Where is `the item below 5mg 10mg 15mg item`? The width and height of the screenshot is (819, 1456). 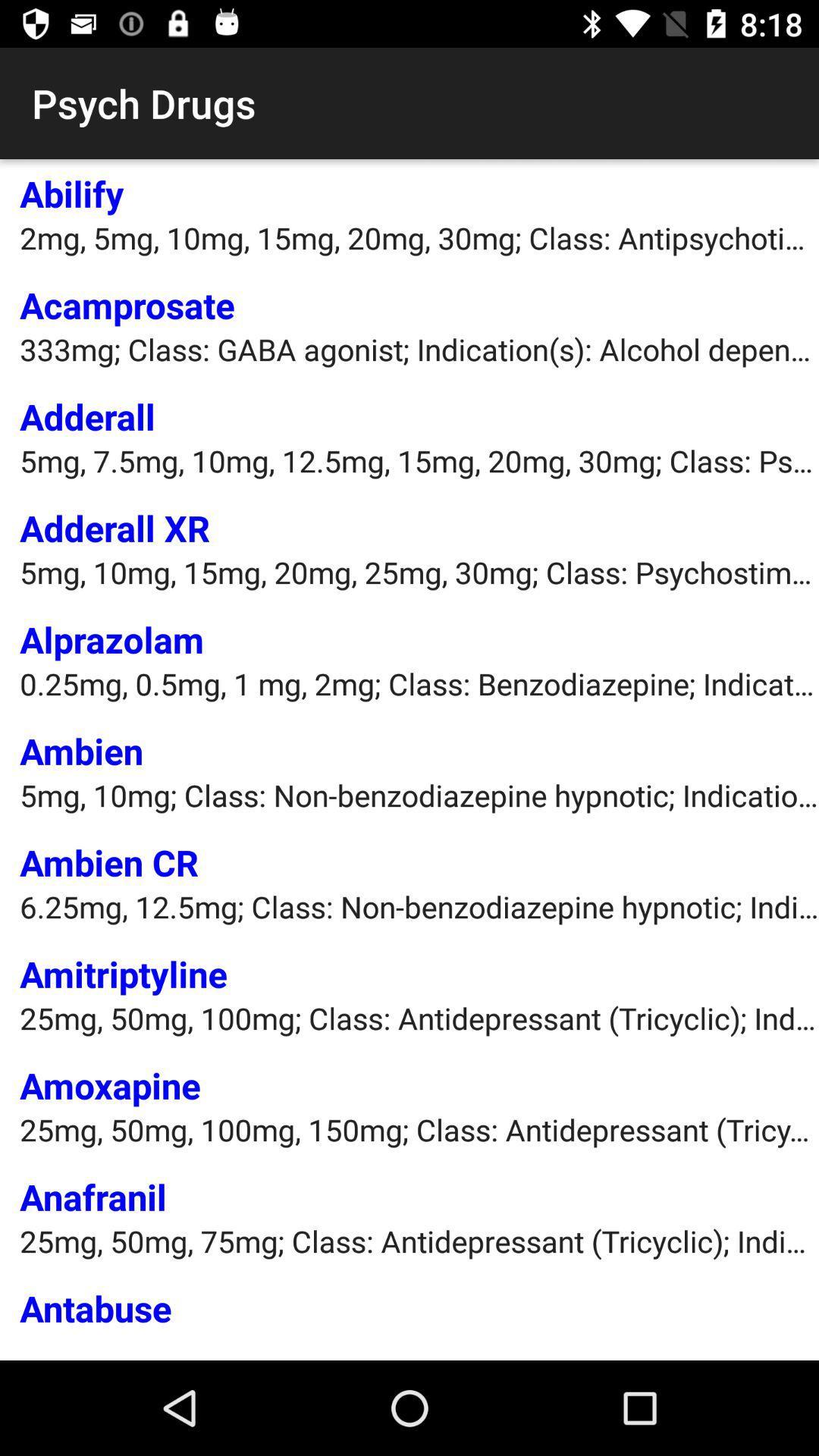
the item below 5mg 10mg 15mg item is located at coordinates (111, 639).